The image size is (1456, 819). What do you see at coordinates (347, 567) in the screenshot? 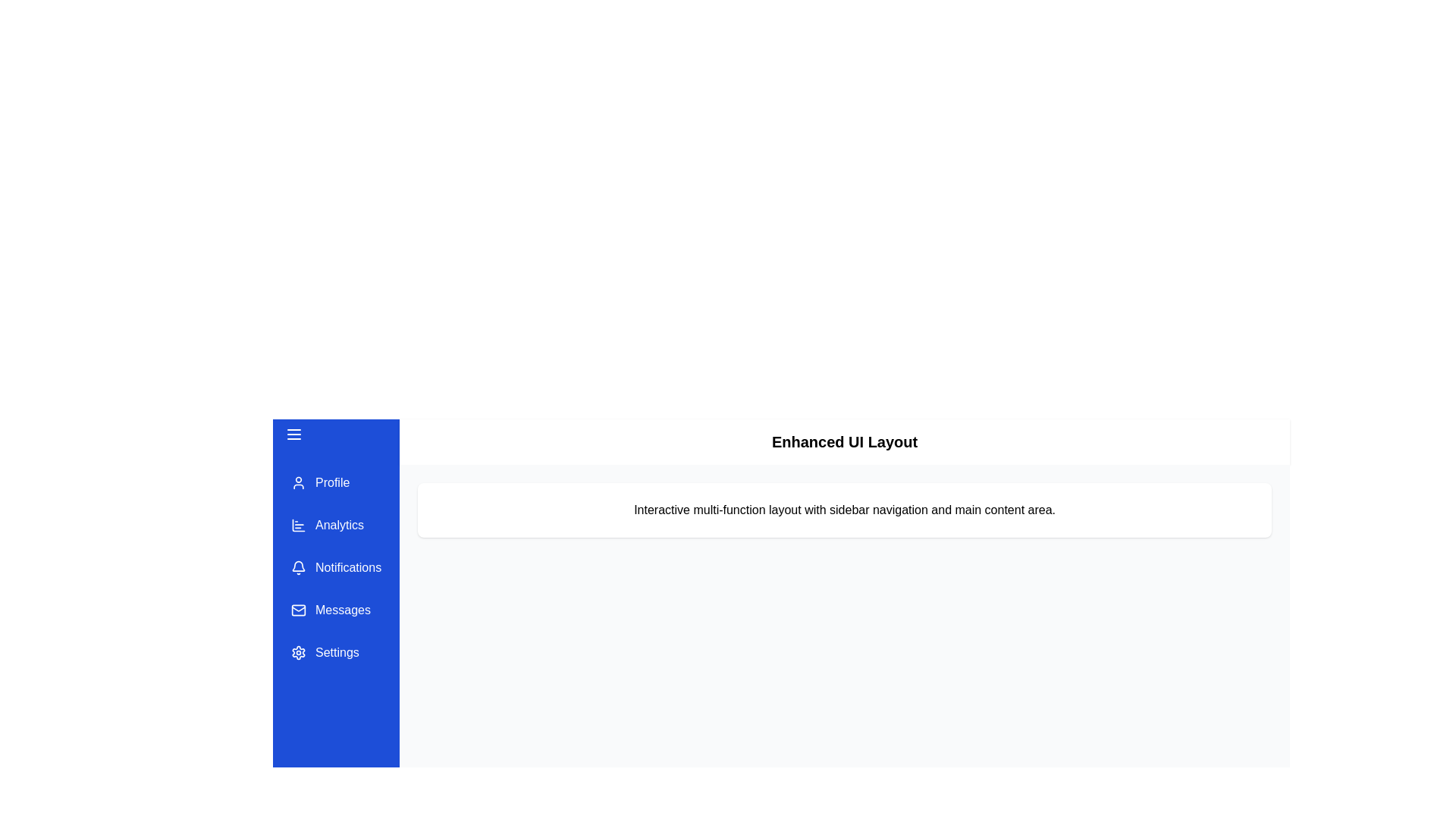
I see `'Notifications' text label located in the vertical side menu on the left, which is the third item from the top` at bounding box center [347, 567].